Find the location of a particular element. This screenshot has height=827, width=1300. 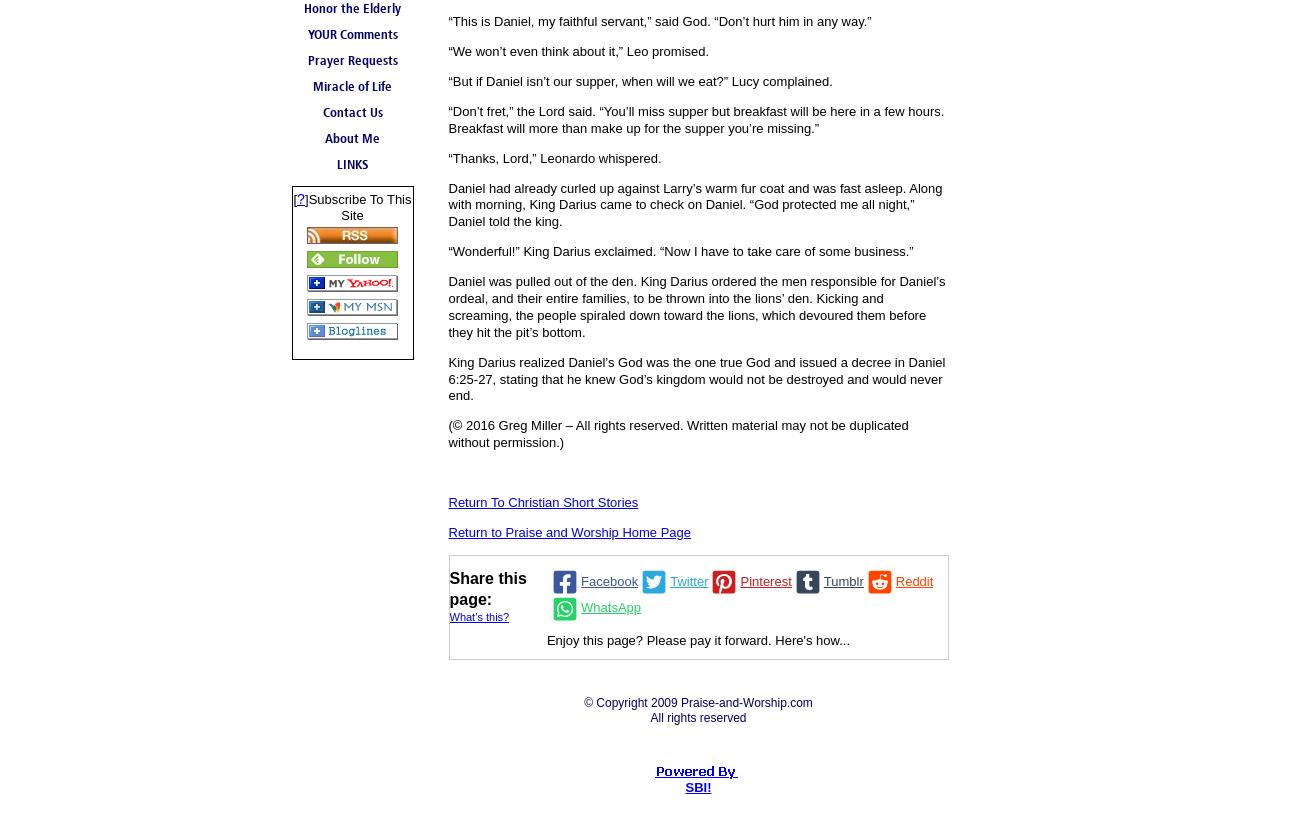

'Enjoy this page? Please pay it forward. Here's how...' is located at coordinates (696, 640).